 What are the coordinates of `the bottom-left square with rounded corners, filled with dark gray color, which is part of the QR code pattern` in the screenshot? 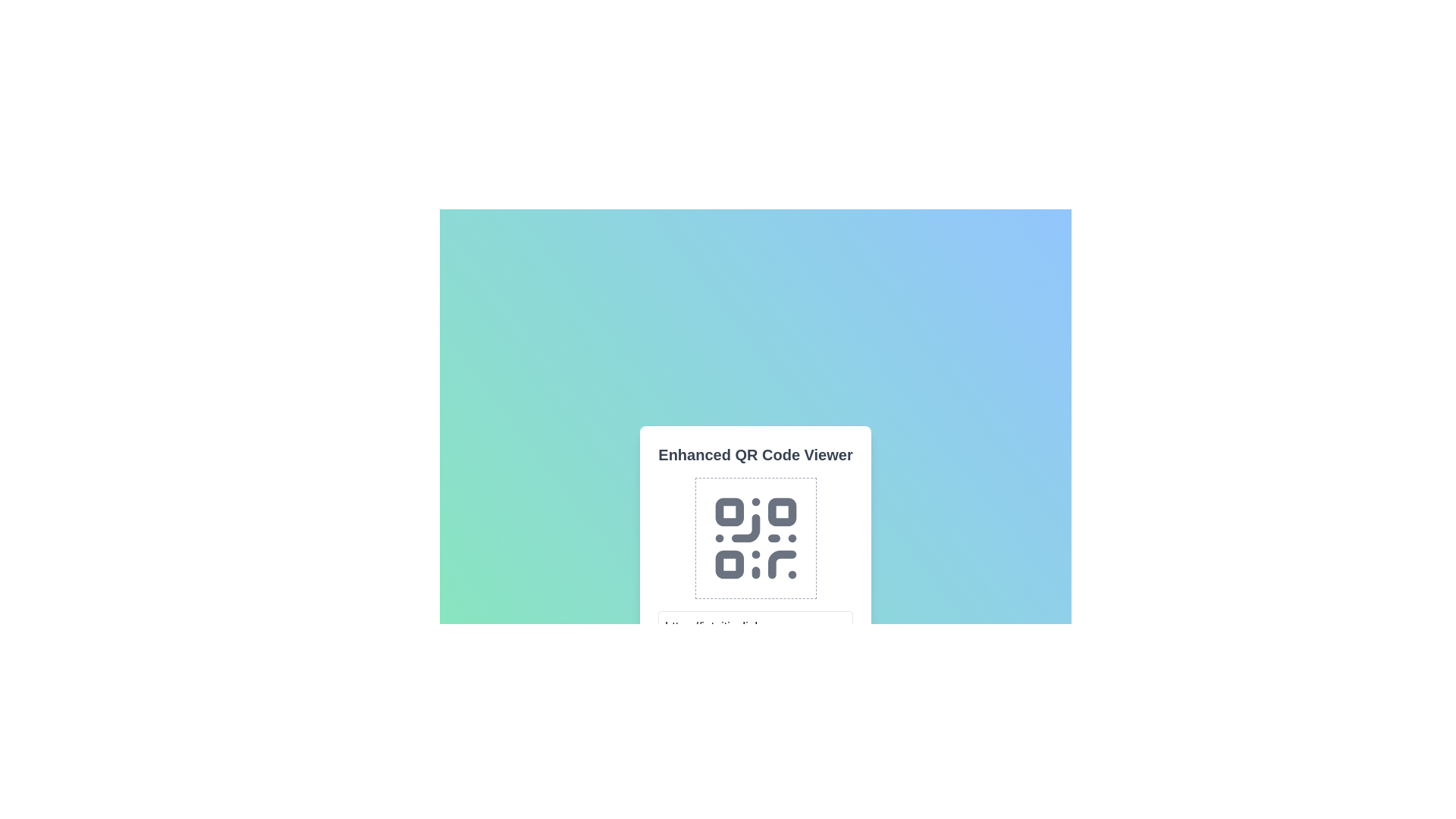 It's located at (729, 564).